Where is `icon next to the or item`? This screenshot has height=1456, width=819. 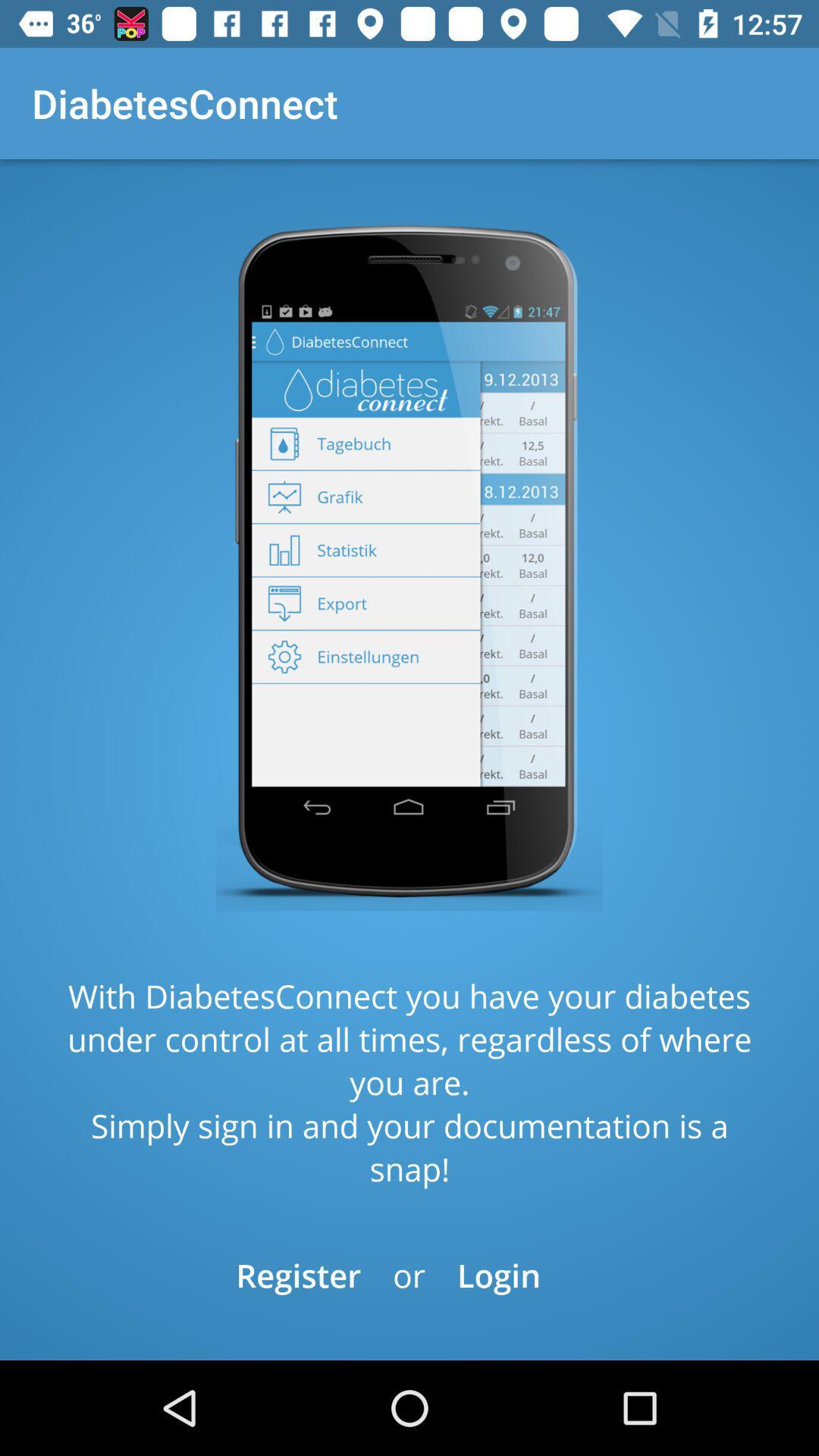 icon next to the or item is located at coordinates (499, 1274).